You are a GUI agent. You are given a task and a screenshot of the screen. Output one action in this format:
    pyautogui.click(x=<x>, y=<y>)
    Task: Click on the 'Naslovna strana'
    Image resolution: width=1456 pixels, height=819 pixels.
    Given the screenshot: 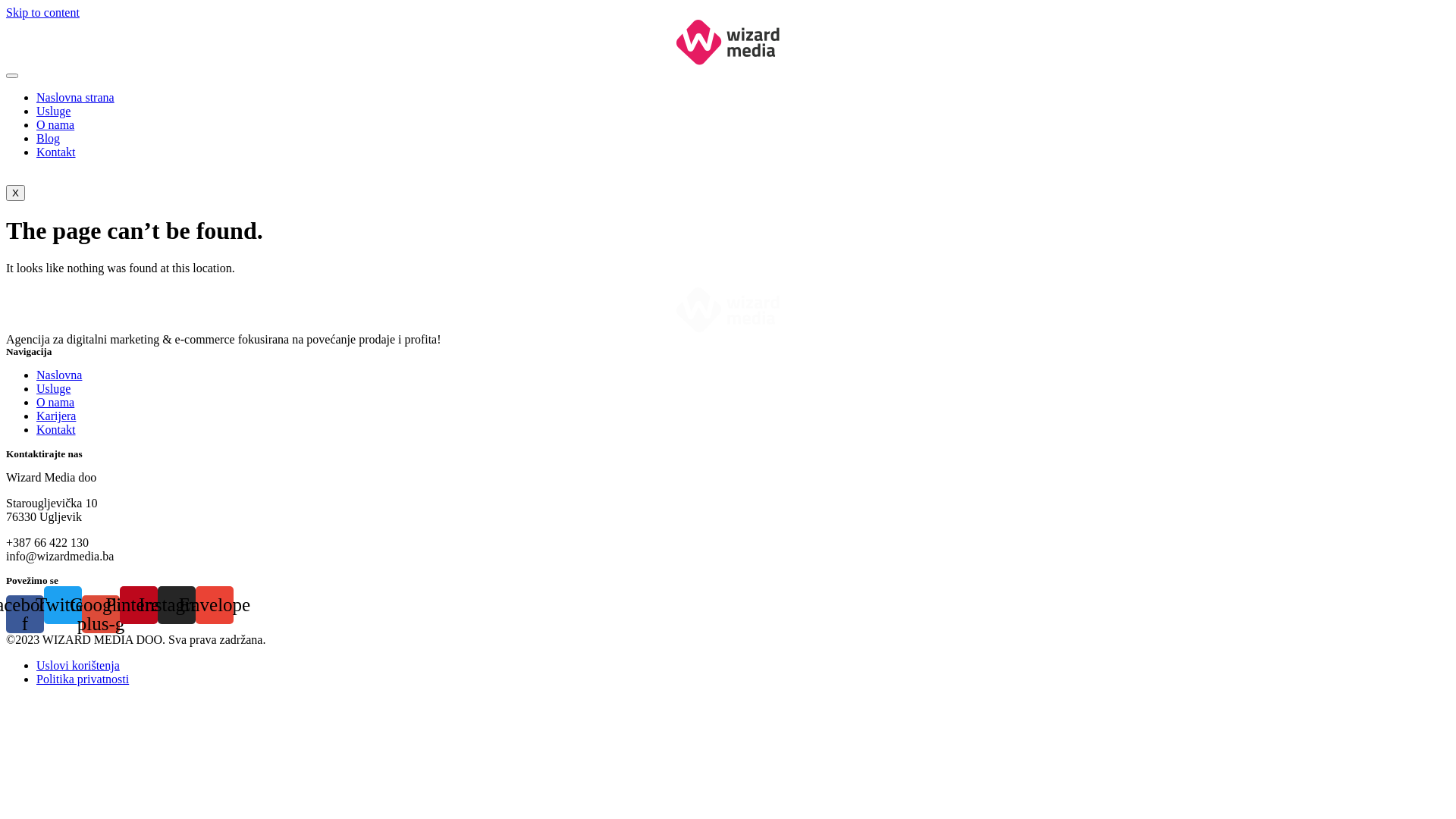 What is the action you would take?
    pyautogui.click(x=74, y=97)
    